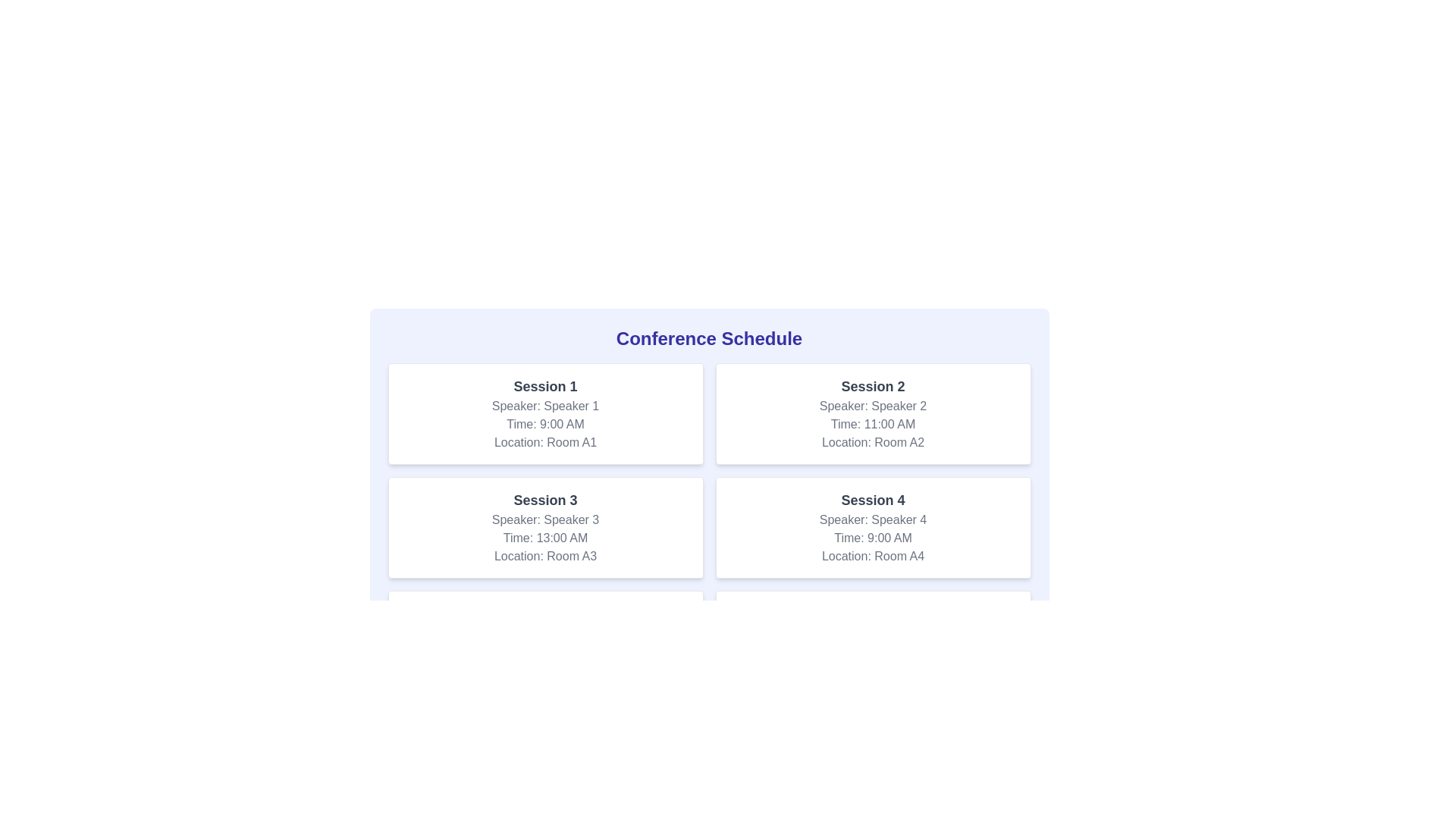  Describe the element at coordinates (545, 406) in the screenshot. I see `the Text Display element that provides information about the speaker for a specific session of the conference, which is positioned underneath 'Session 1' and above 'Time: 9:00 AM'` at that location.